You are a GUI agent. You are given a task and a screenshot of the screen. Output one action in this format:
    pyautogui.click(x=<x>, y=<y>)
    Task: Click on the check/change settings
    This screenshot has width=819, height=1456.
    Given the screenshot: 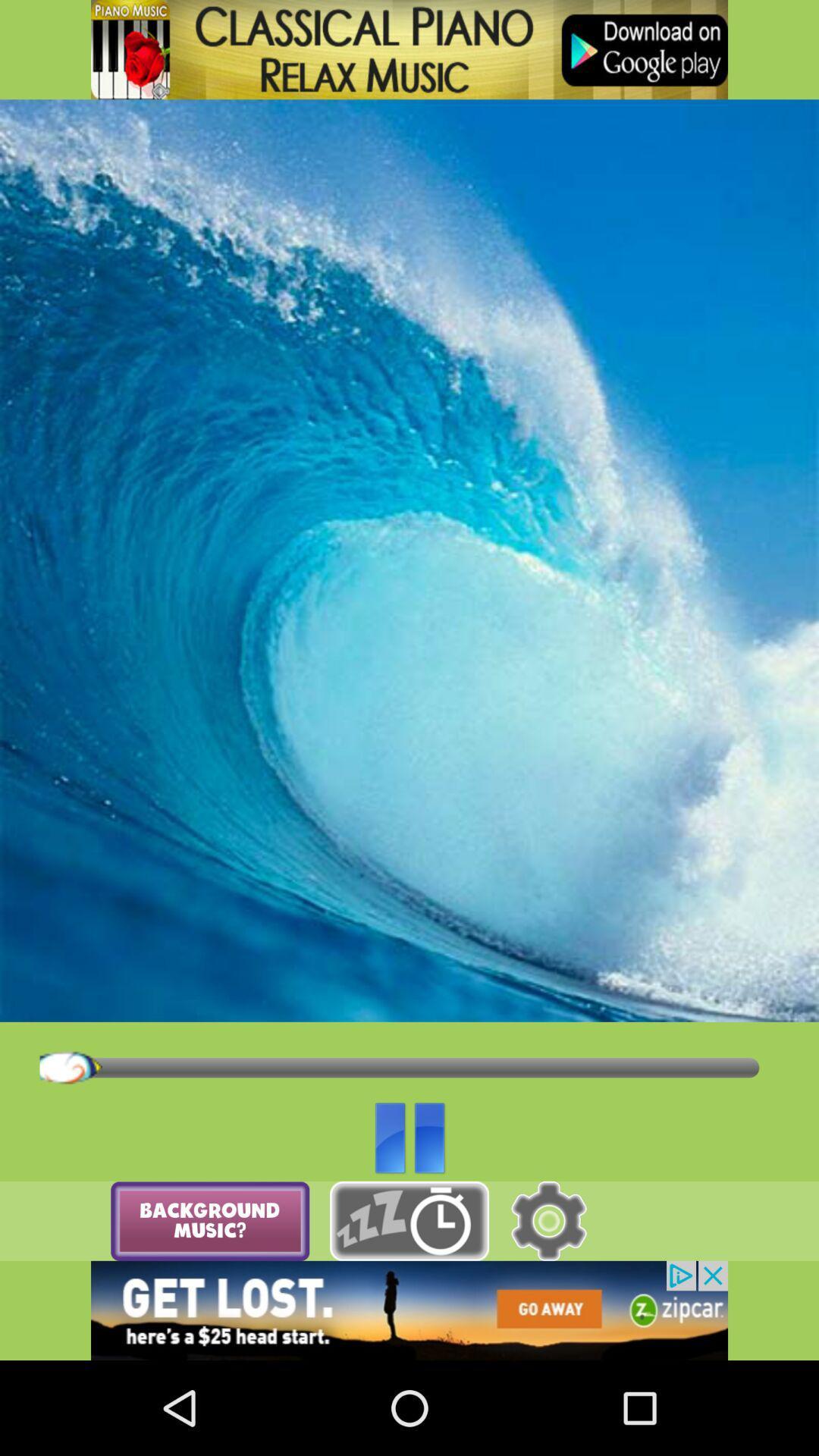 What is the action you would take?
    pyautogui.click(x=548, y=1221)
    